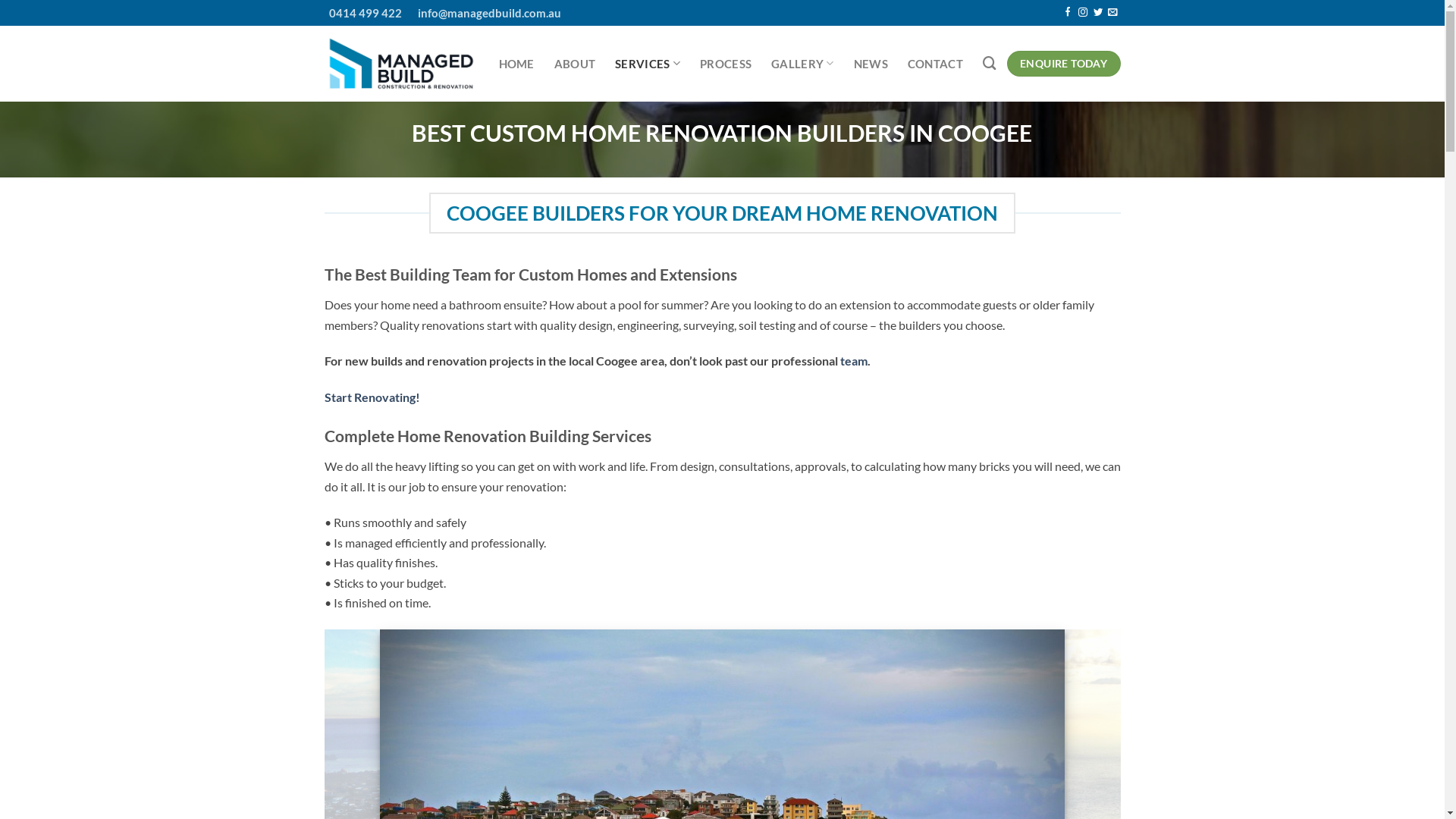 This screenshot has width=1456, height=819. What do you see at coordinates (362, 12) in the screenshot?
I see `'  0414 499 422'` at bounding box center [362, 12].